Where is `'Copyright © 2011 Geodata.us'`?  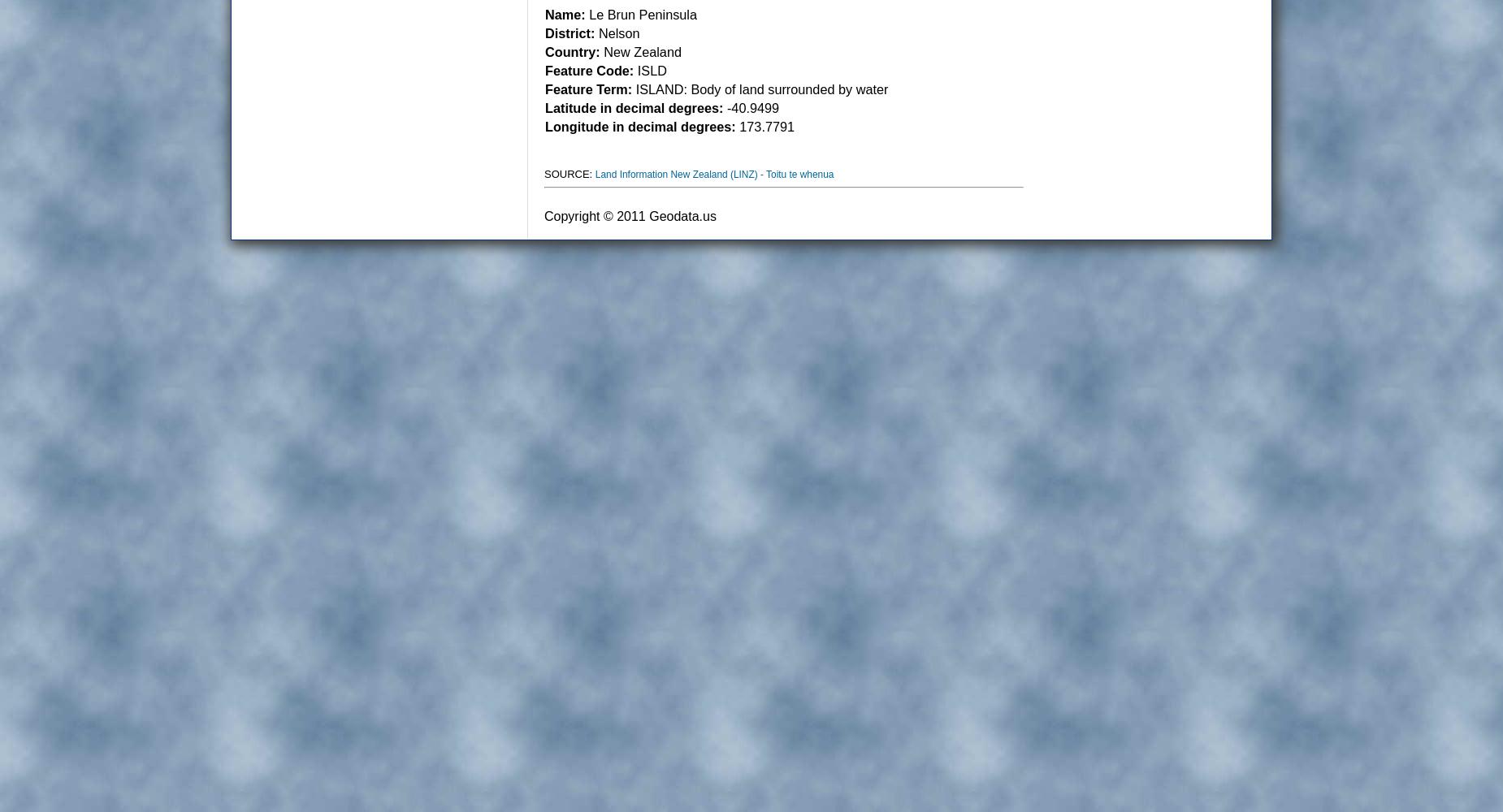 'Copyright © 2011 Geodata.us' is located at coordinates (630, 216).